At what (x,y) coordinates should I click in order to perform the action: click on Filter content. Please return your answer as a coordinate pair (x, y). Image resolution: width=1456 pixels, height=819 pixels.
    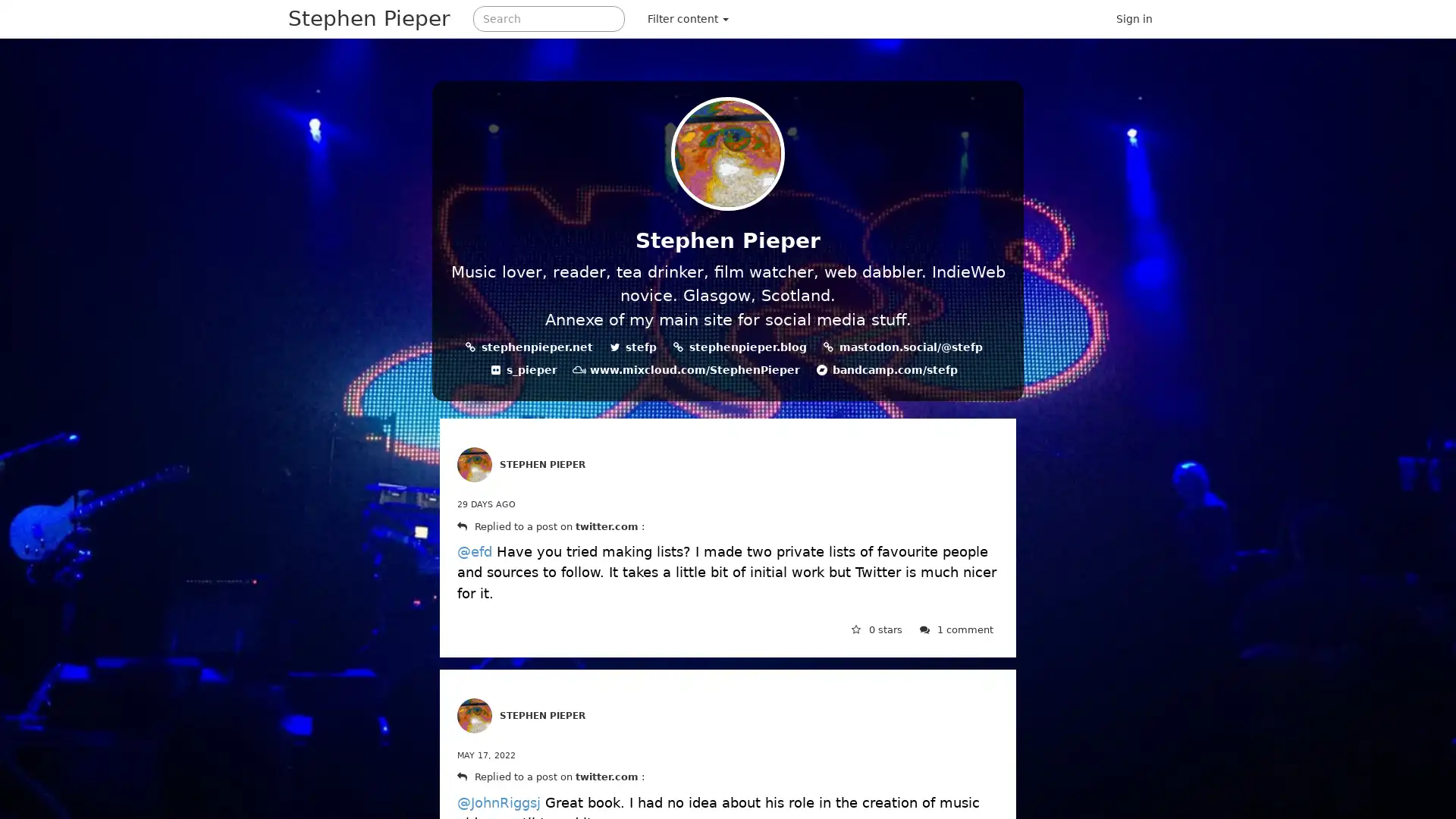
    Looking at the image, I should click on (687, 18).